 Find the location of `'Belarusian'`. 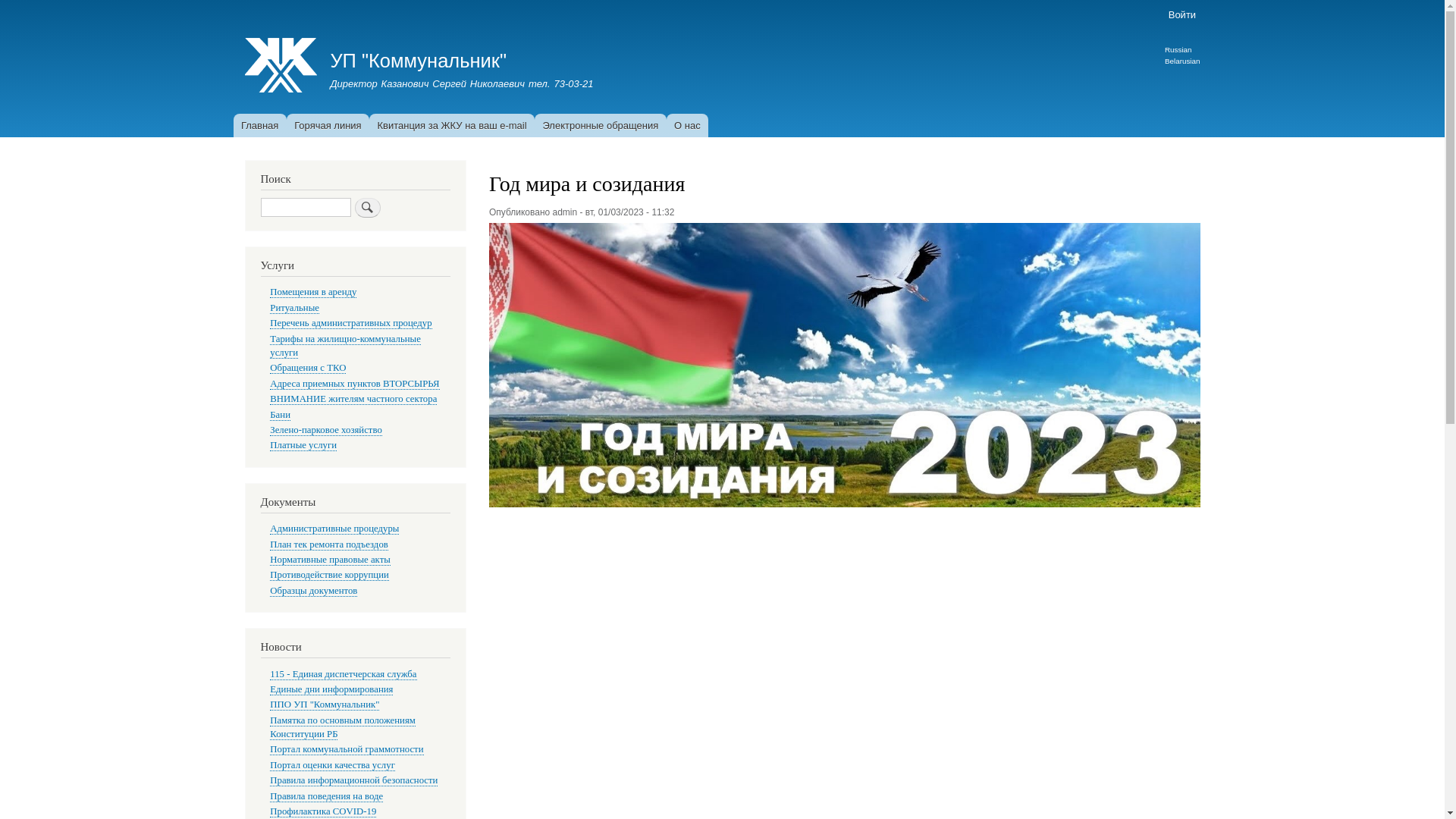

'Belarusian' is located at coordinates (1181, 60).